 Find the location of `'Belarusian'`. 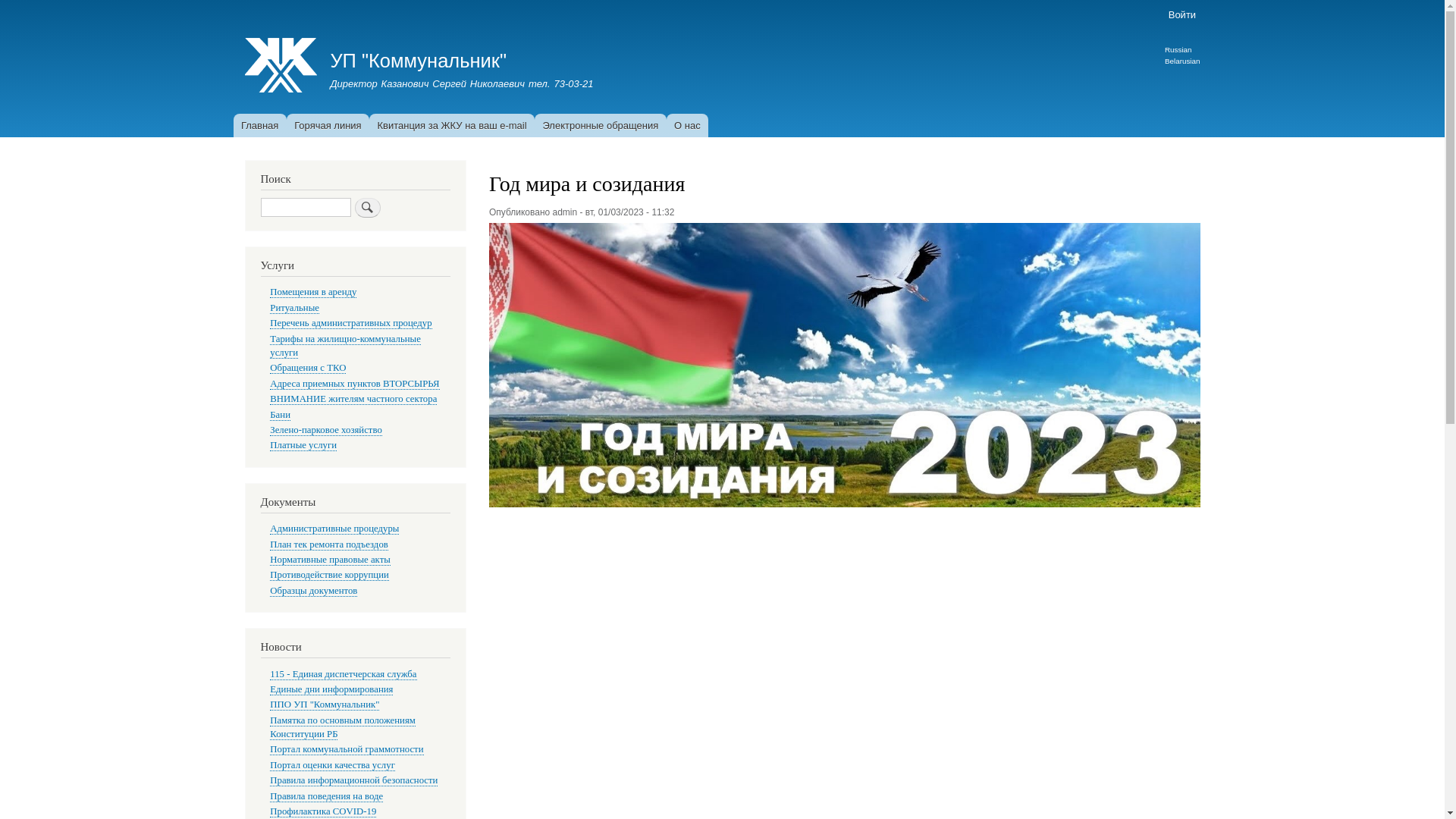

'Belarusian' is located at coordinates (1181, 60).